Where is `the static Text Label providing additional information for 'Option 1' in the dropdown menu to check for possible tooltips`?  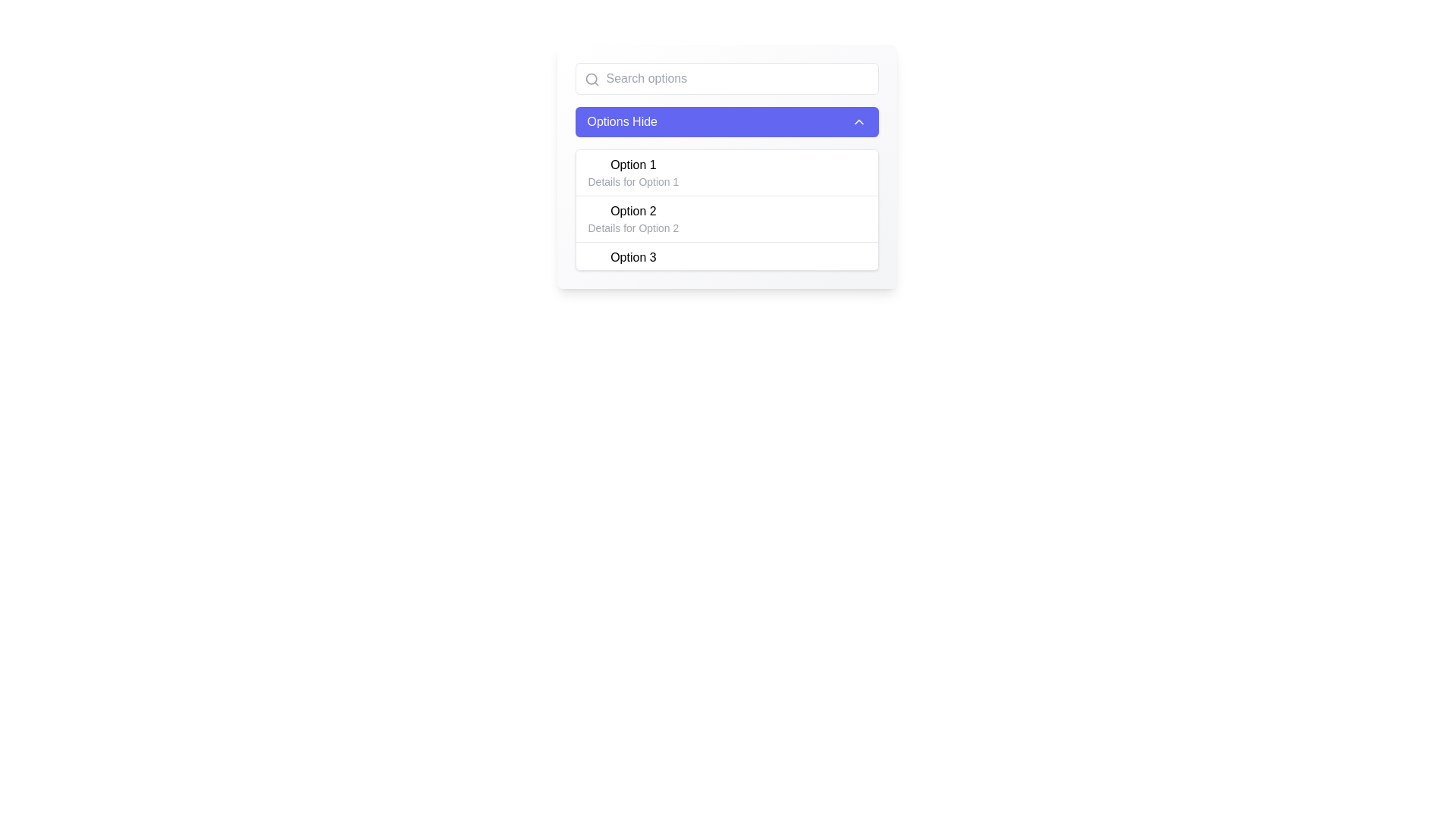 the static Text Label providing additional information for 'Option 1' in the dropdown menu to check for possible tooltips is located at coordinates (633, 180).